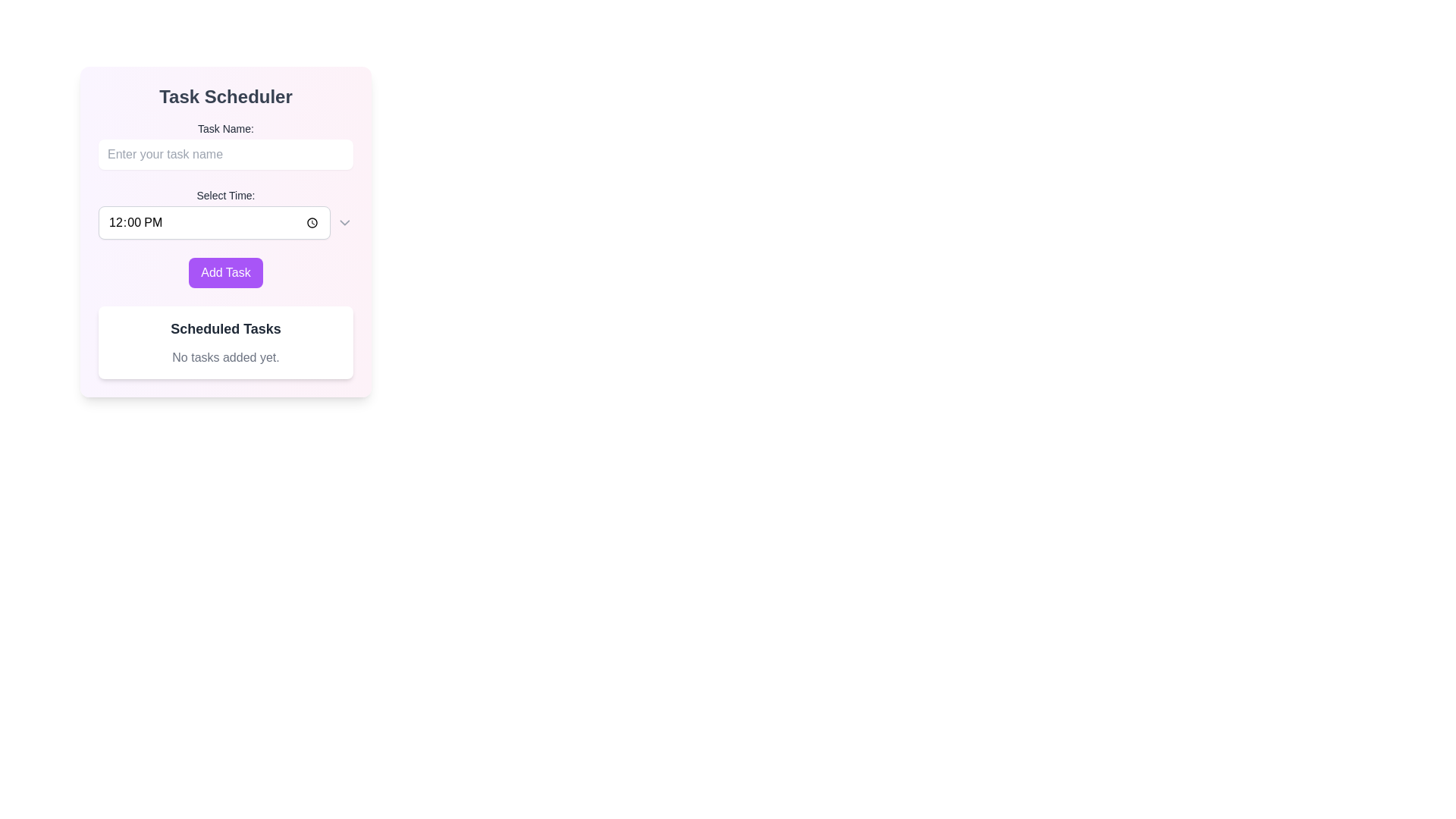 The height and width of the screenshot is (819, 1456). Describe the element at coordinates (224, 271) in the screenshot. I see `the 'Add Task' button located at the bottom of the form to observe the hover effect` at that location.